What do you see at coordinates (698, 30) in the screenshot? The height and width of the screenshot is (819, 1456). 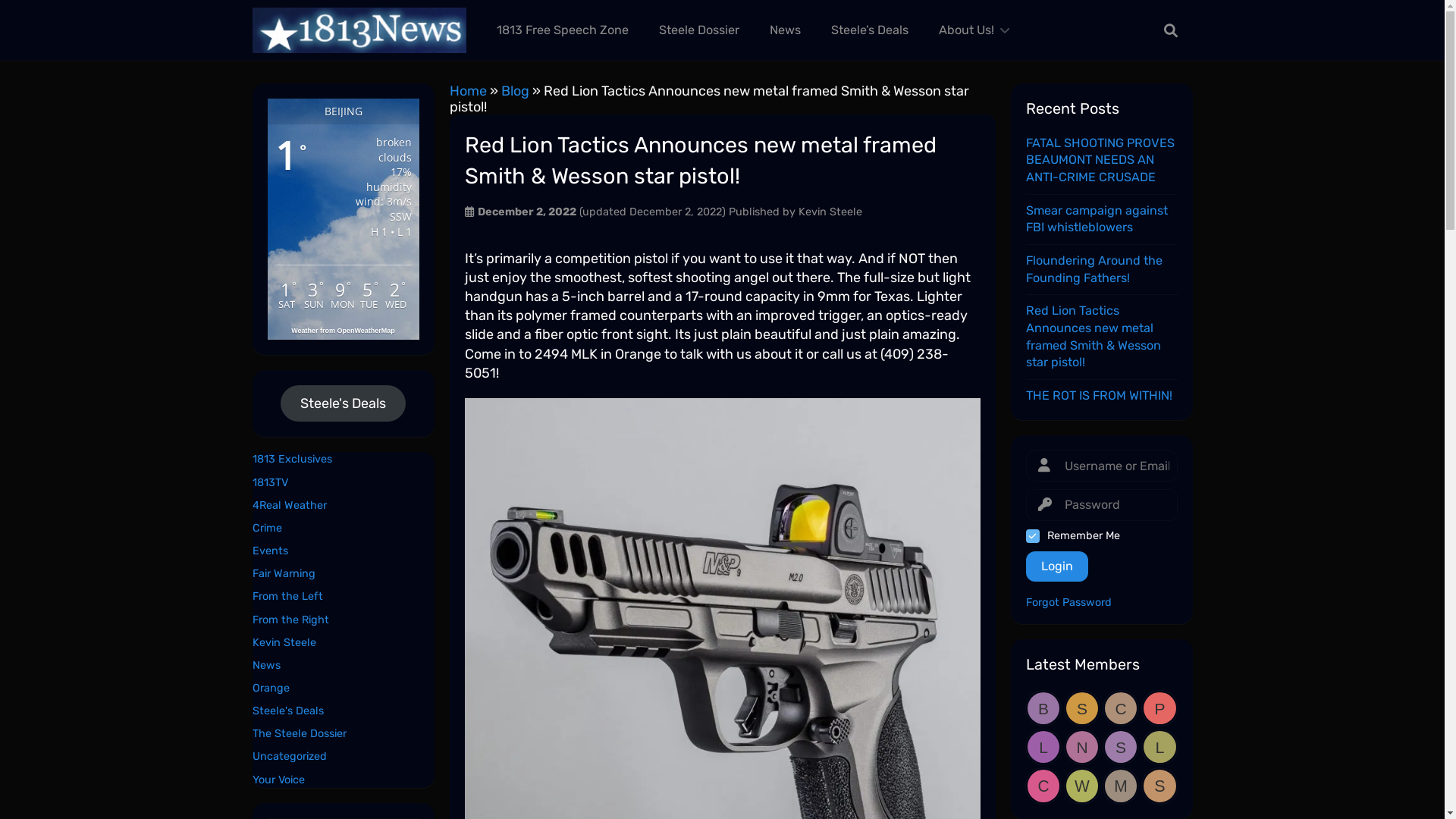 I see `'Steele Dossier'` at bounding box center [698, 30].